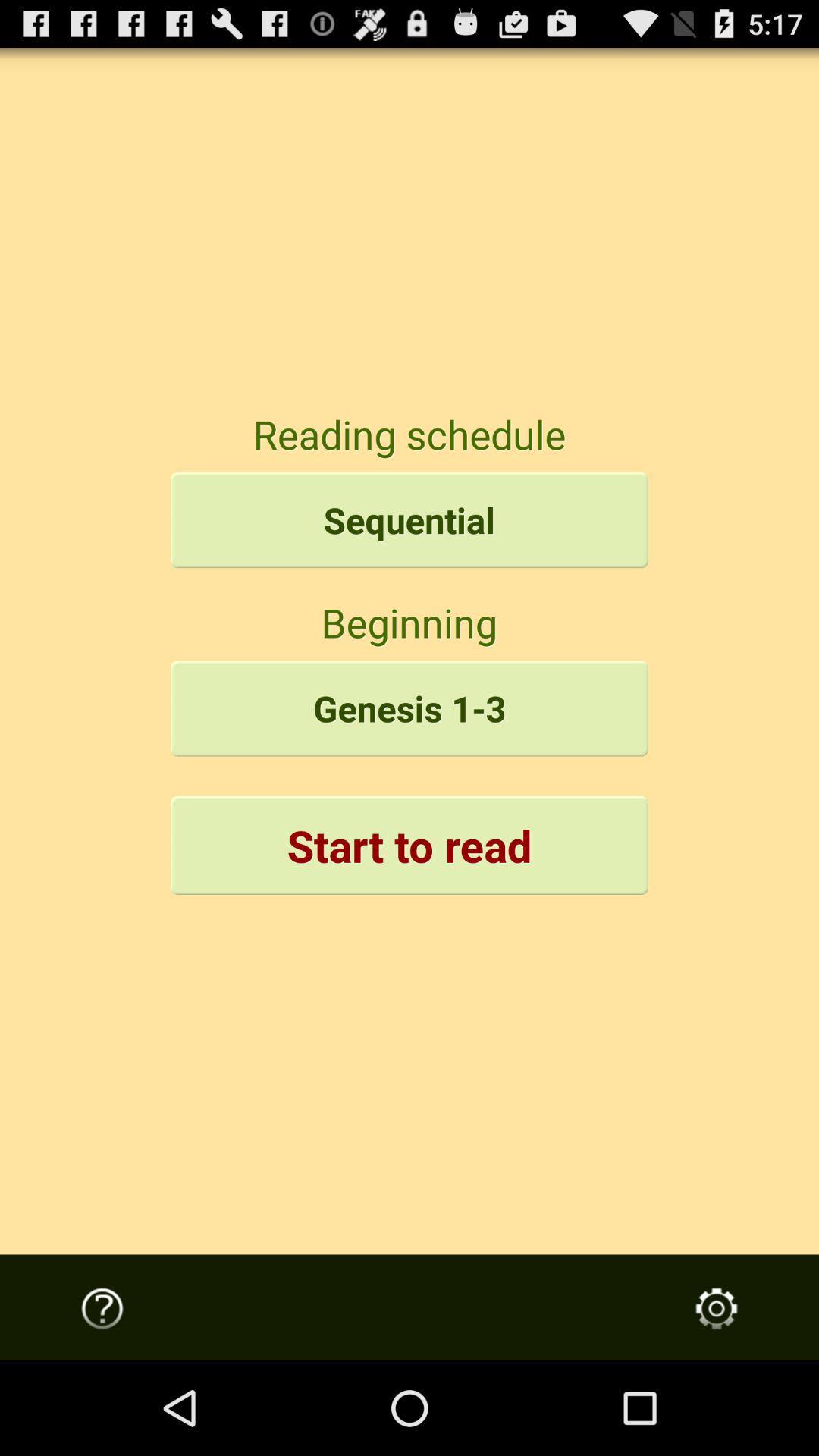 The width and height of the screenshot is (819, 1456). Describe the element at coordinates (409, 520) in the screenshot. I see `sequential icon` at that location.